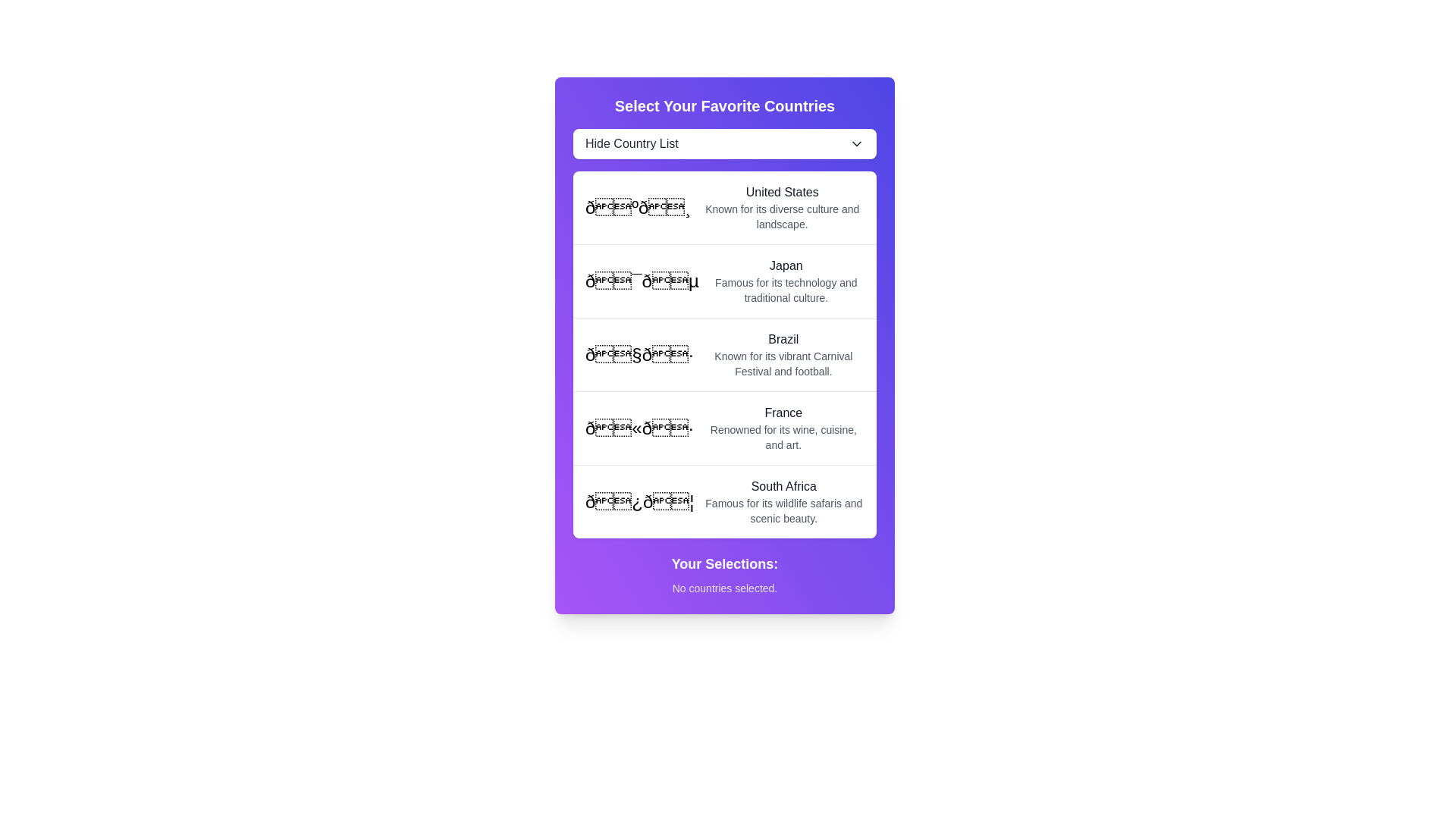 This screenshot has height=819, width=1456. Describe the element at coordinates (786, 281) in the screenshot. I see `the textual UI component displaying 'Japan'` at that location.